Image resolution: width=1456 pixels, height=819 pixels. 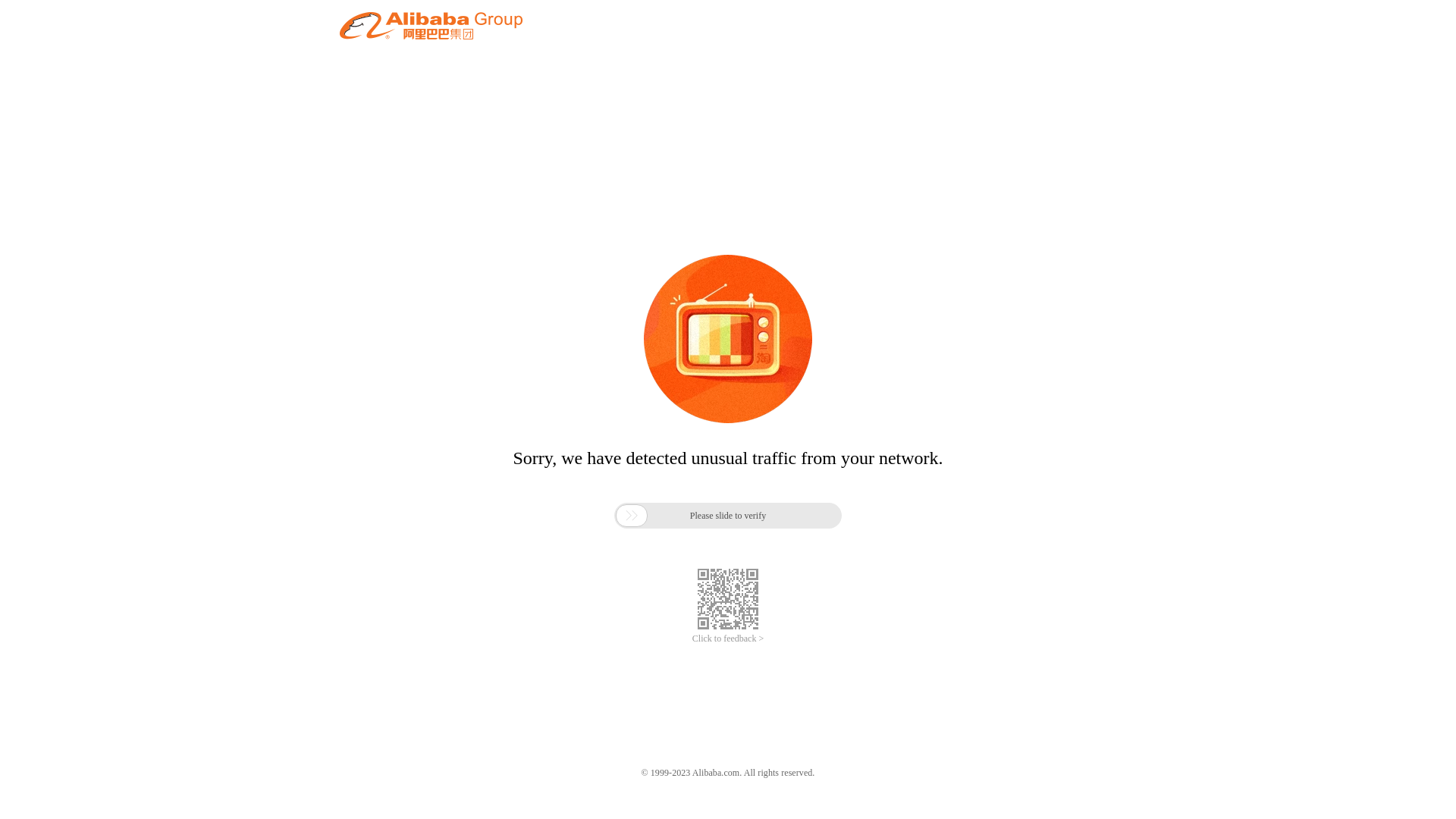 I want to click on 'Click to feedback >', so click(x=728, y=639).